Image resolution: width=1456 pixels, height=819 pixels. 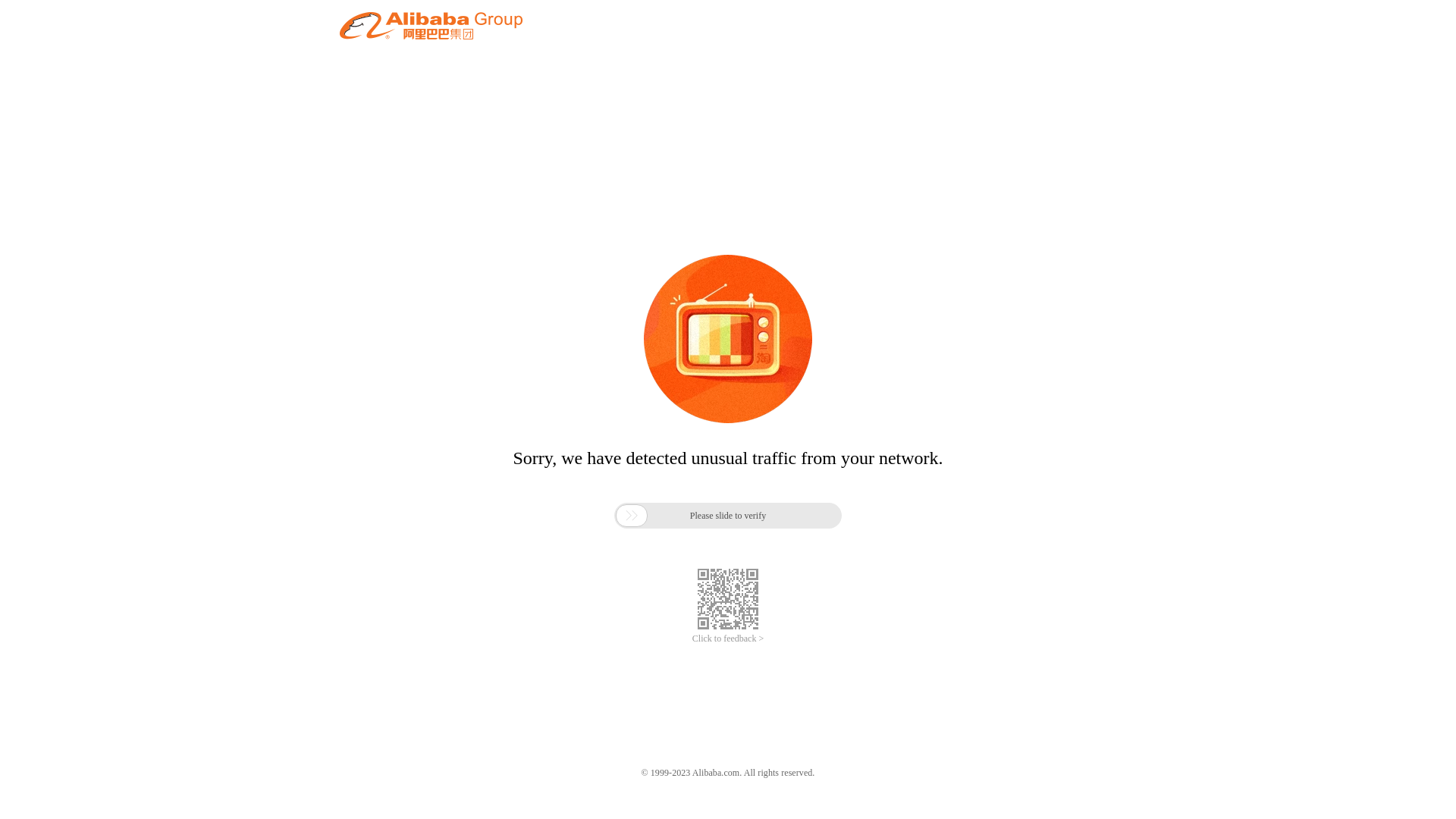 I want to click on 'Click to feedback >', so click(x=728, y=639).